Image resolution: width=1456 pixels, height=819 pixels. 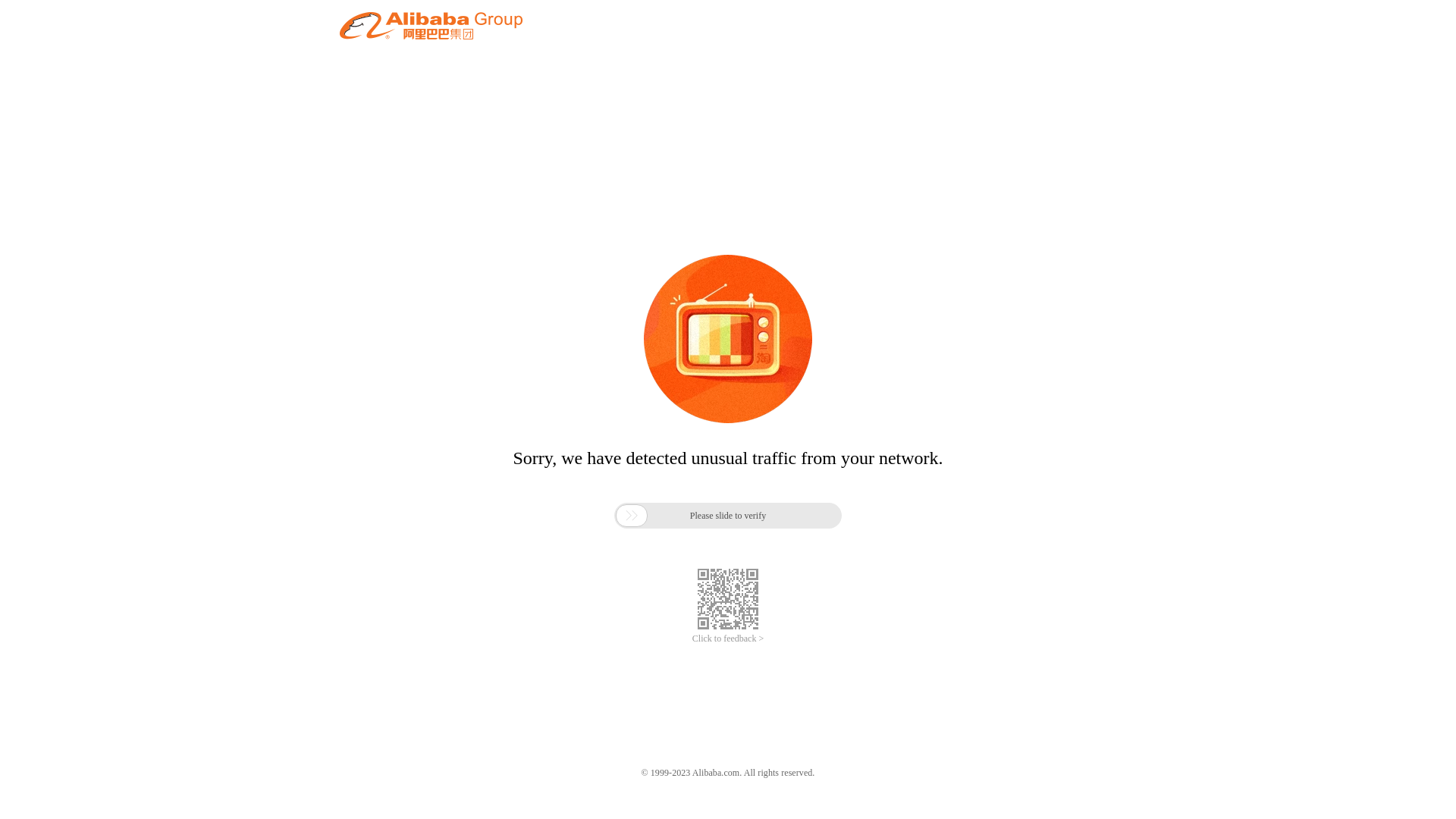 I want to click on 'Click to feedback >', so click(x=728, y=639).